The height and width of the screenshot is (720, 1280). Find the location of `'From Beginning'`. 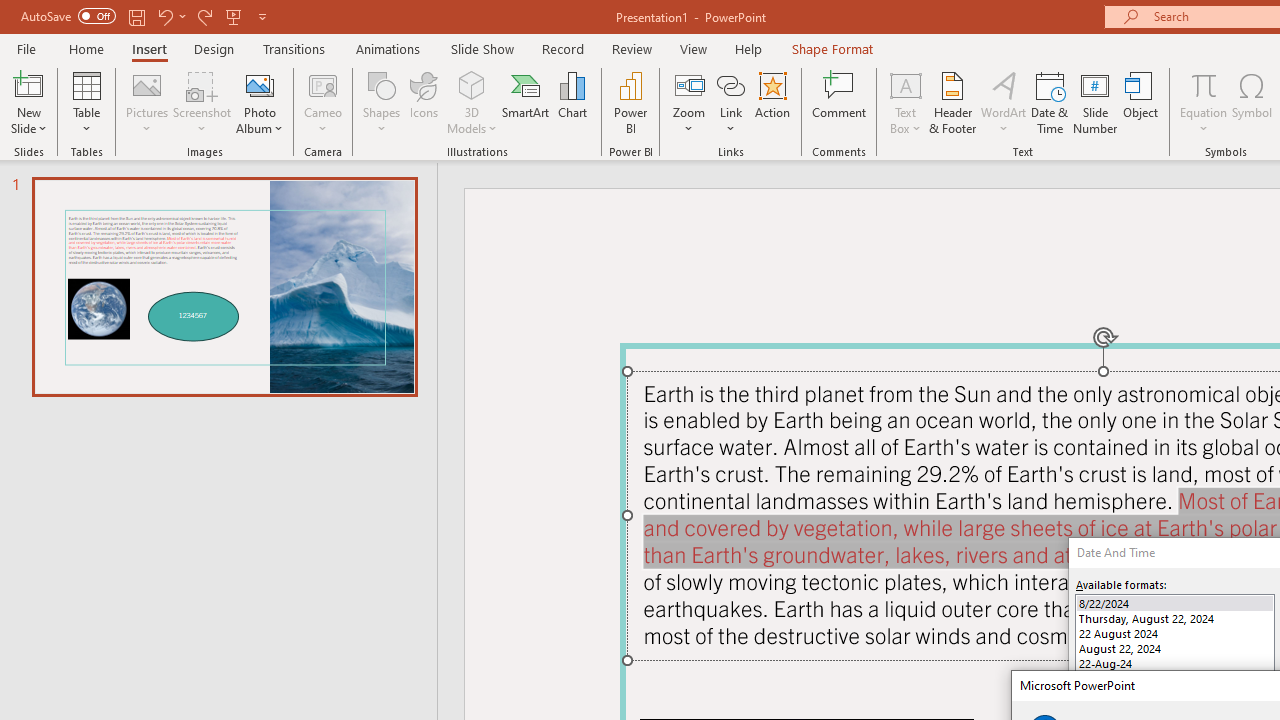

'From Beginning' is located at coordinates (234, 16).